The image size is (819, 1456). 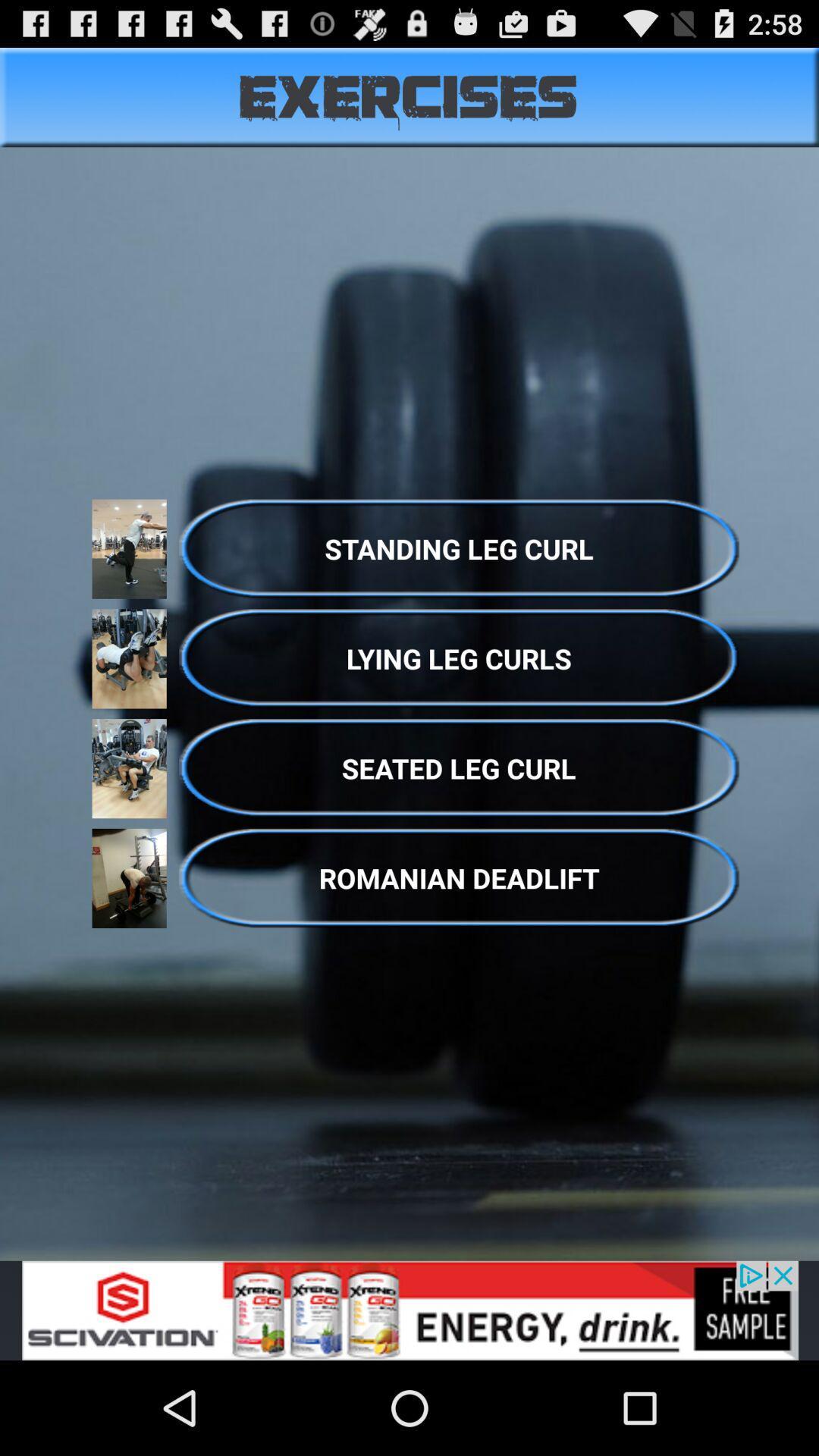 What do you see at coordinates (409, 1310) in the screenshot?
I see `open advertisement` at bounding box center [409, 1310].